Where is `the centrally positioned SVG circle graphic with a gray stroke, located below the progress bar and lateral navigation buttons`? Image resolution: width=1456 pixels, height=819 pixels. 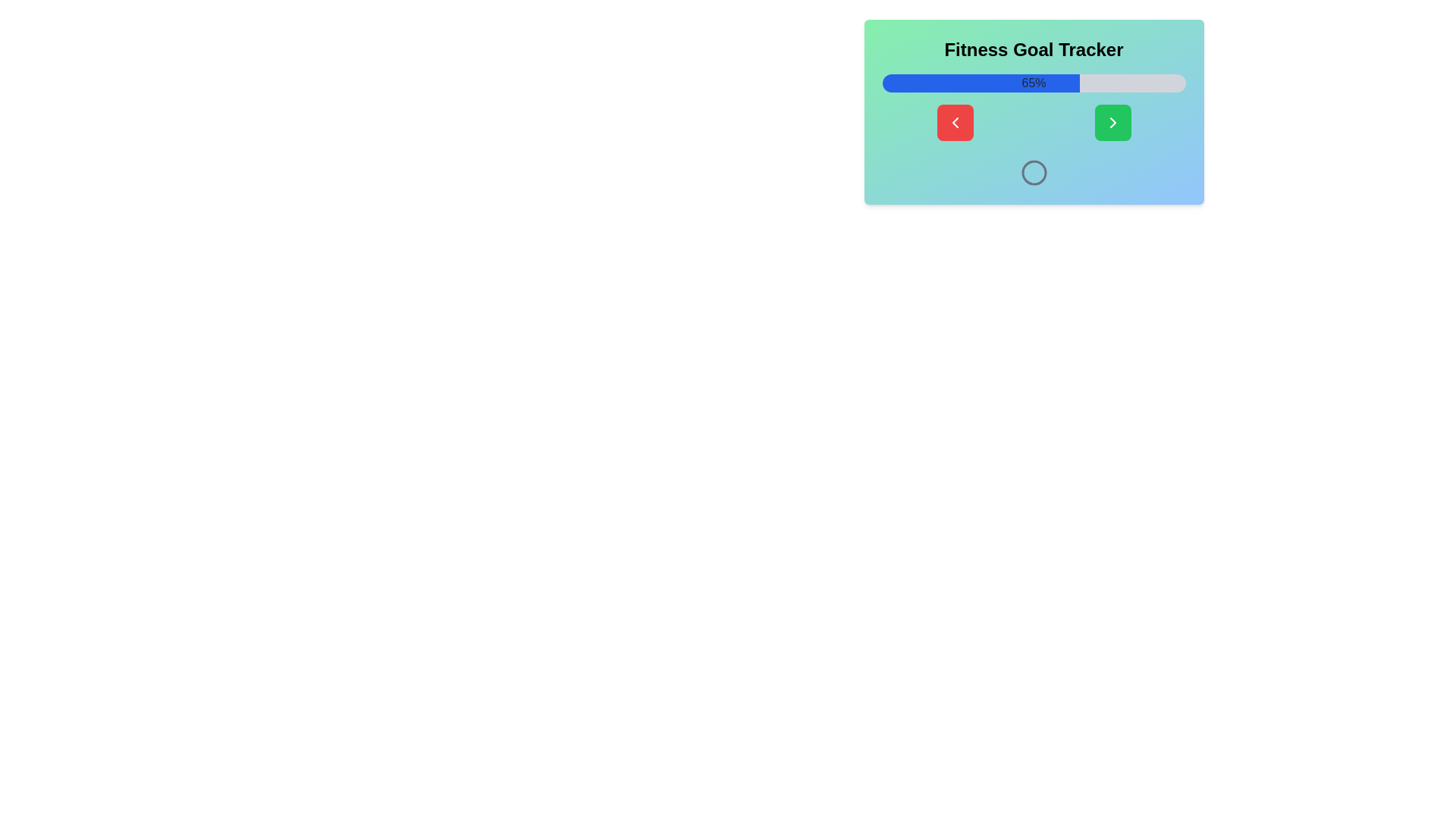
the centrally positioned SVG circle graphic with a gray stroke, located below the progress bar and lateral navigation buttons is located at coordinates (1033, 171).